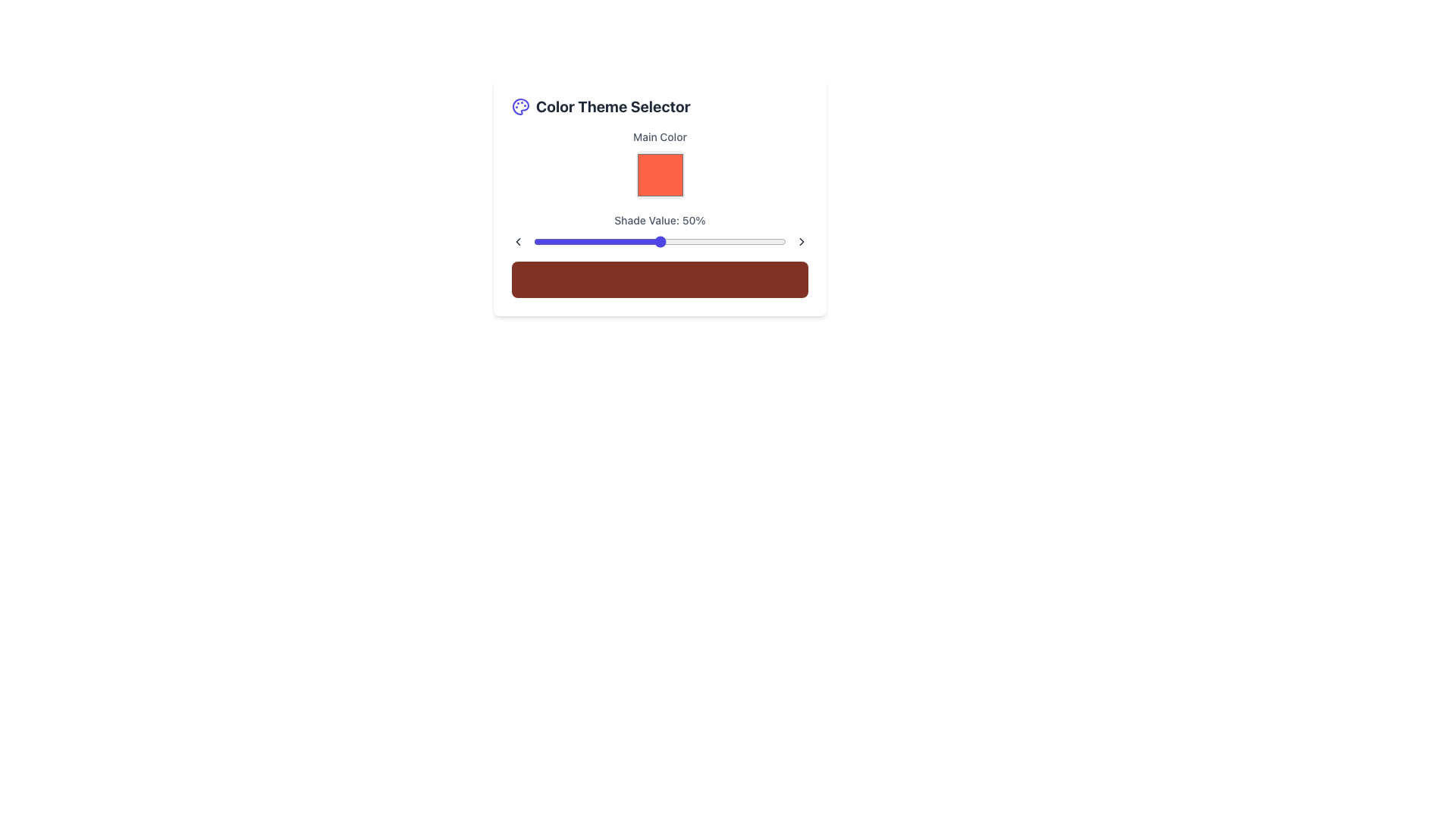 The image size is (1456, 819). I want to click on the shade value, so click(738, 241).